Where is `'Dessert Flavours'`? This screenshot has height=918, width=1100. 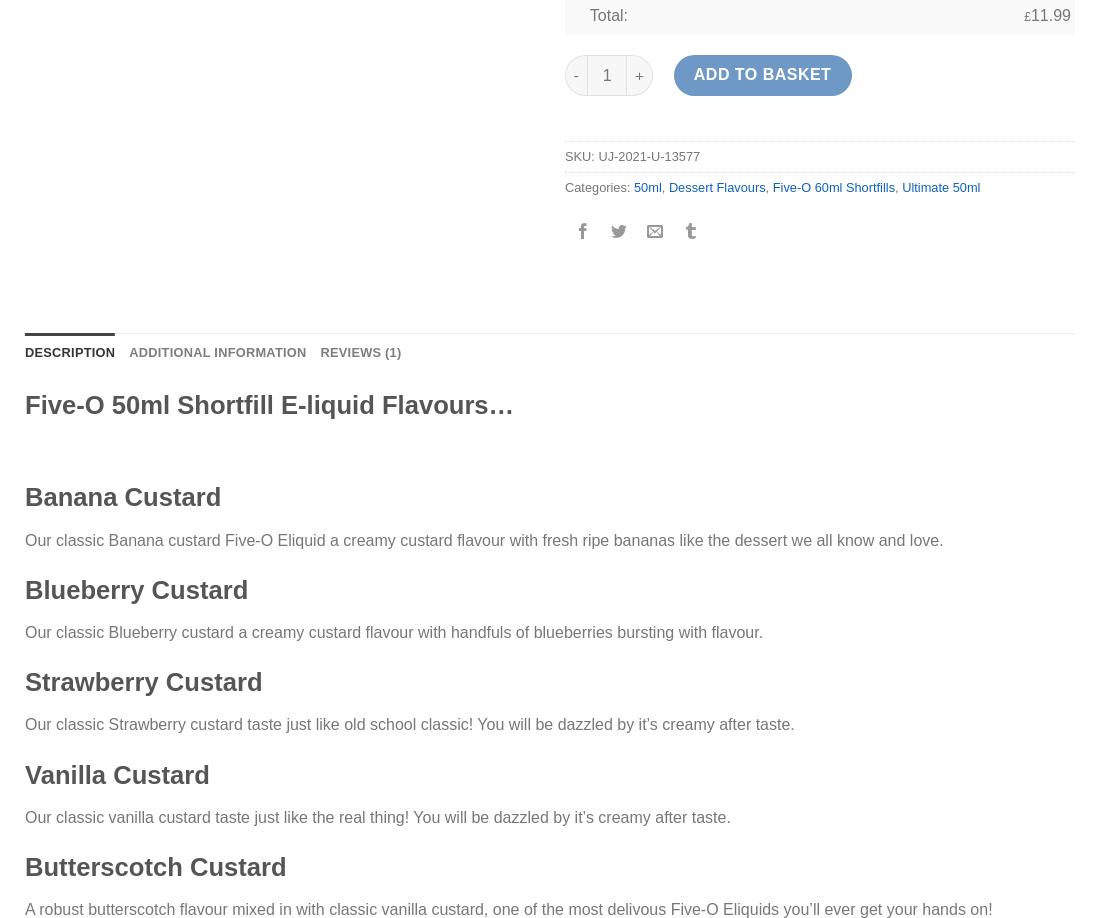 'Dessert Flavours' is located at coordinates (668, 187).